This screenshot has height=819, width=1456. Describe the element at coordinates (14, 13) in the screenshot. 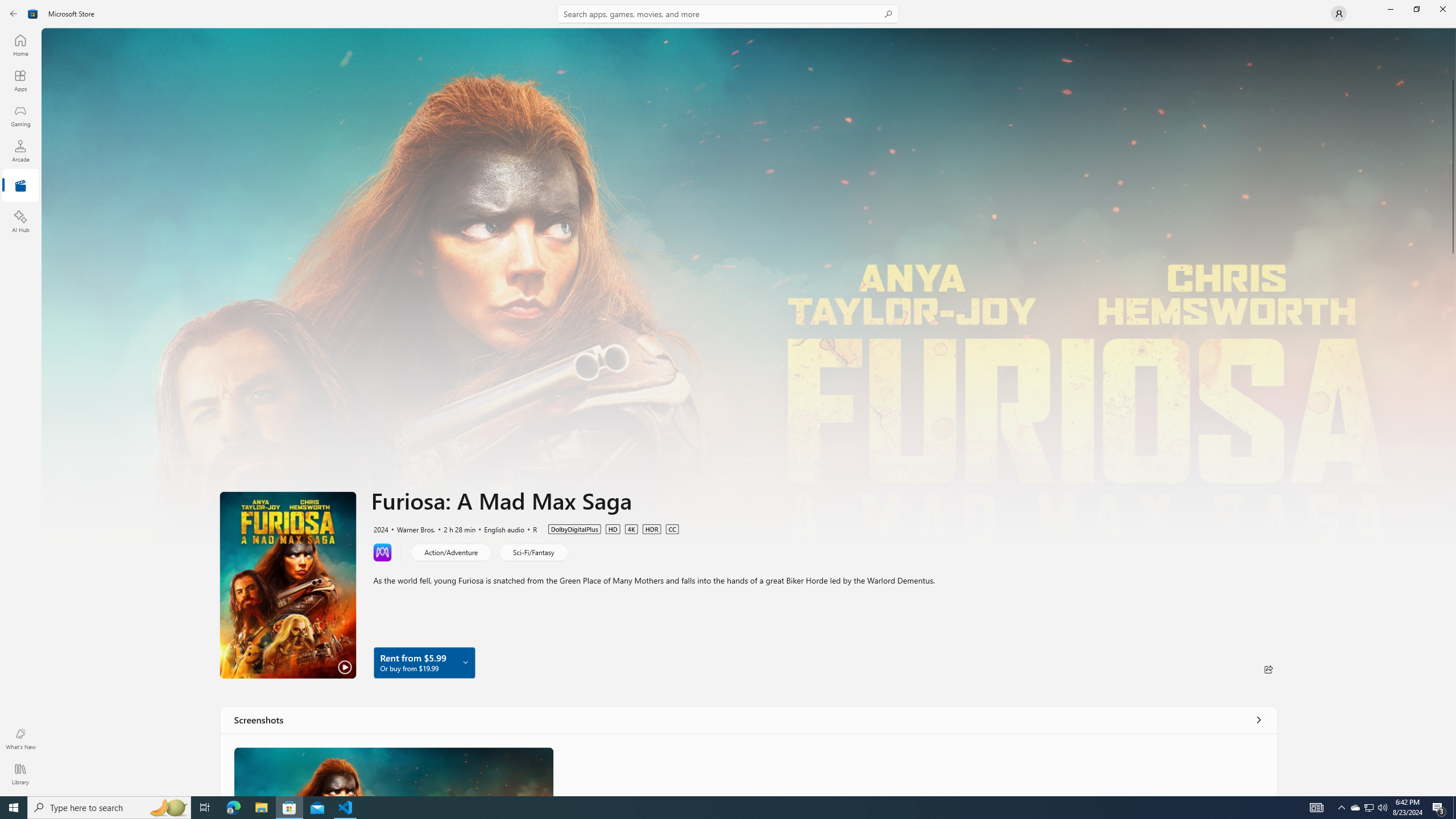

I see `'Back'` at that location.